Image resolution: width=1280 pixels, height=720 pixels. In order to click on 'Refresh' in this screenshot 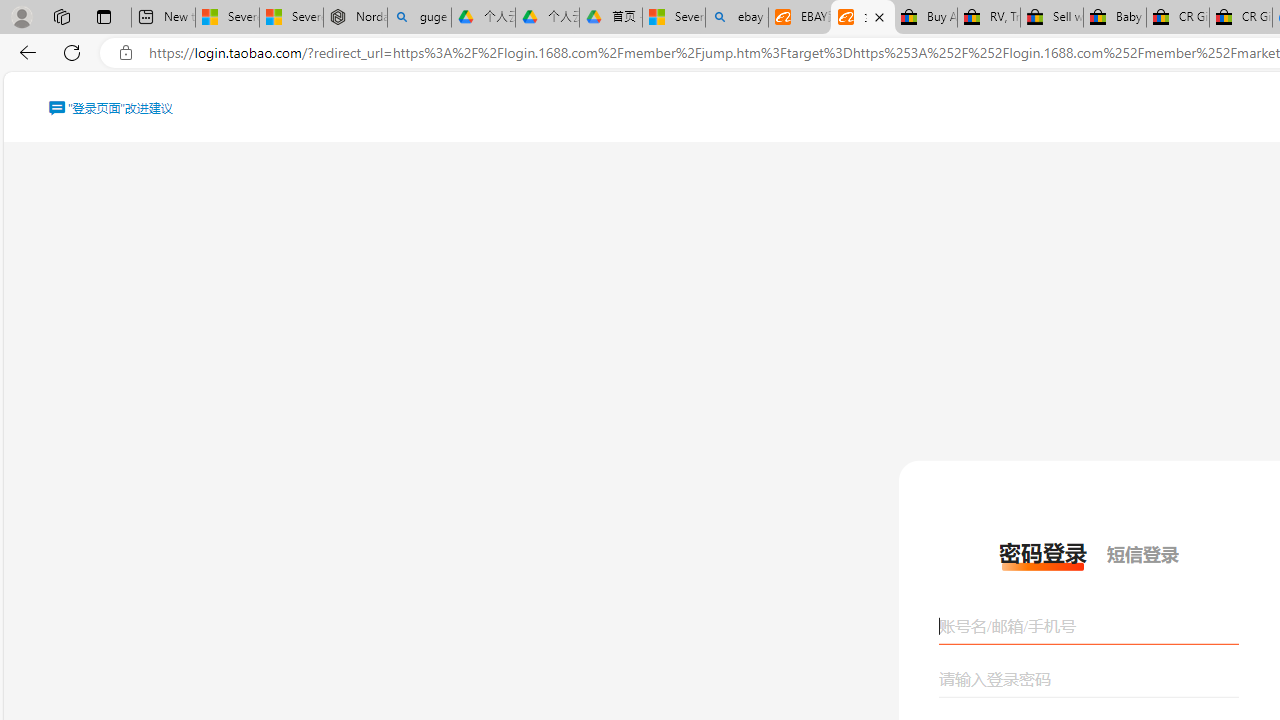, I will do `click(72, 51)`.